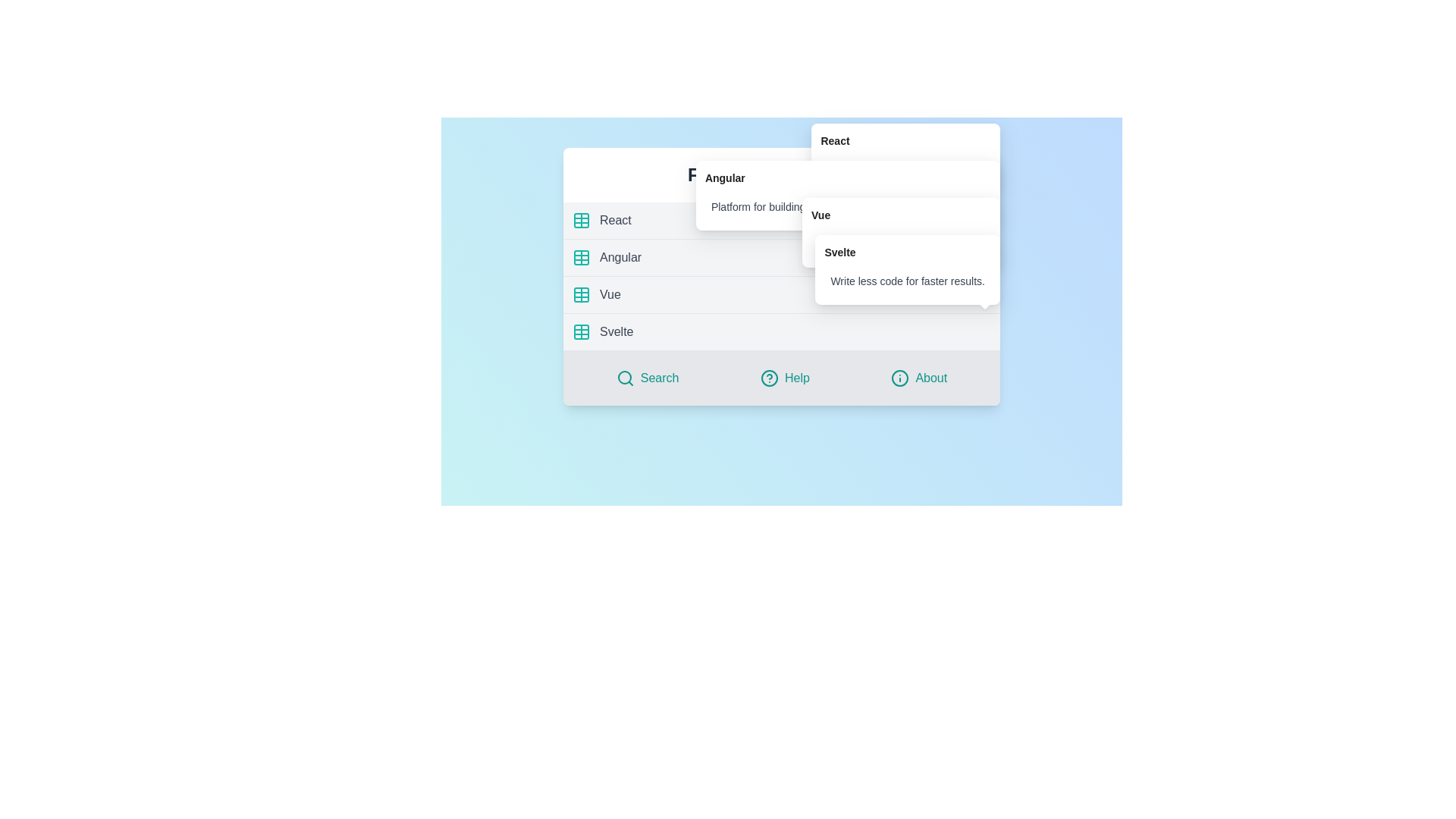  What do you see at coordinates (900, 377) in the screenshot?
I see `the 'About' section icon located at the rightmost side of the footer navigation bar, positioned to the left of the word 'About'` at bounding box center [900, 377].